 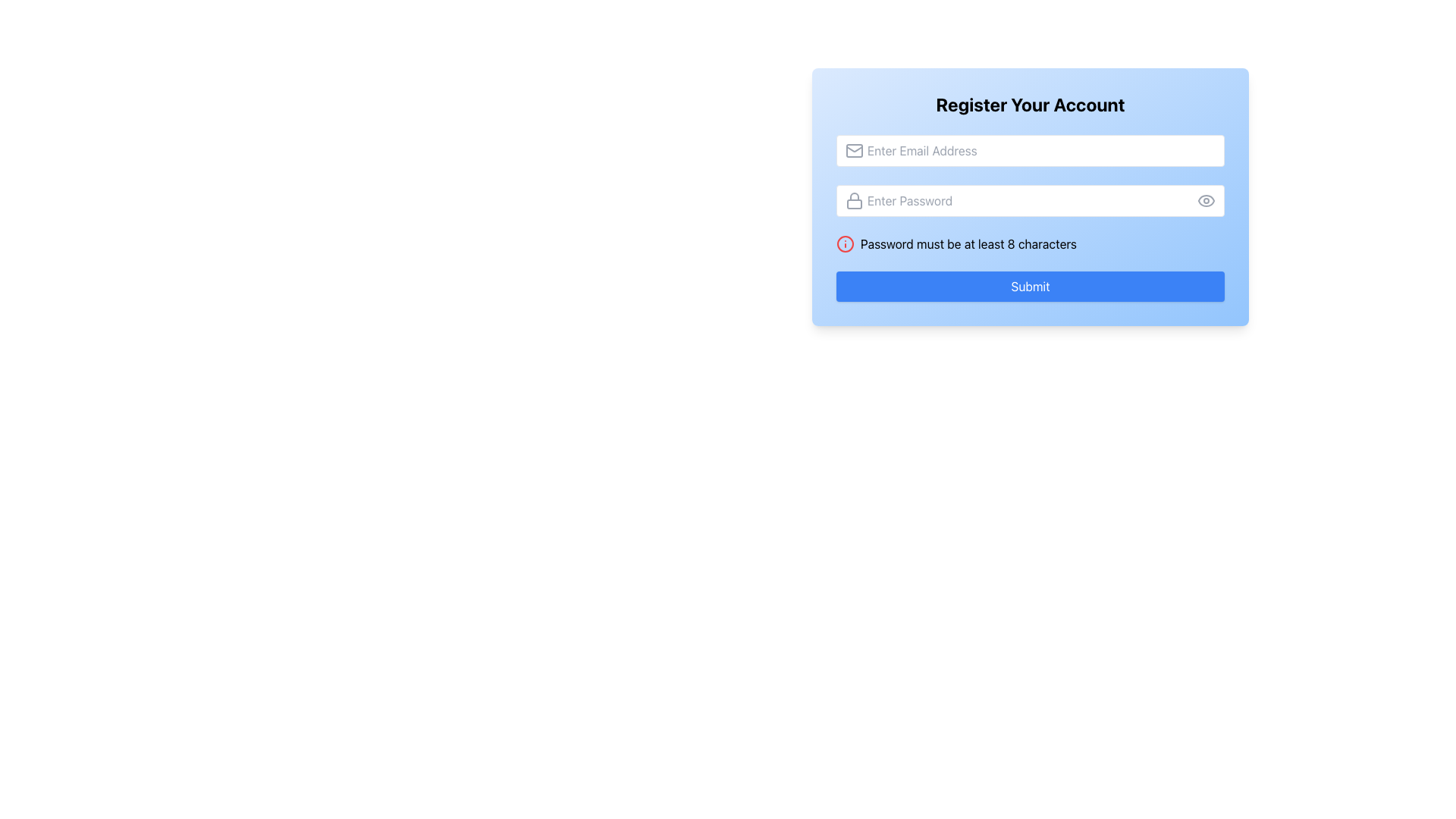 What do you see at coordinates (1030, 243) in the screenshot?
I see `the informational text displaying 'Password must be at least 8 characters' next to the red info icon, located beneath the 'Enter Password' input field and above the 'Submit' button in the registration form` at bounding box center [1030, 243].